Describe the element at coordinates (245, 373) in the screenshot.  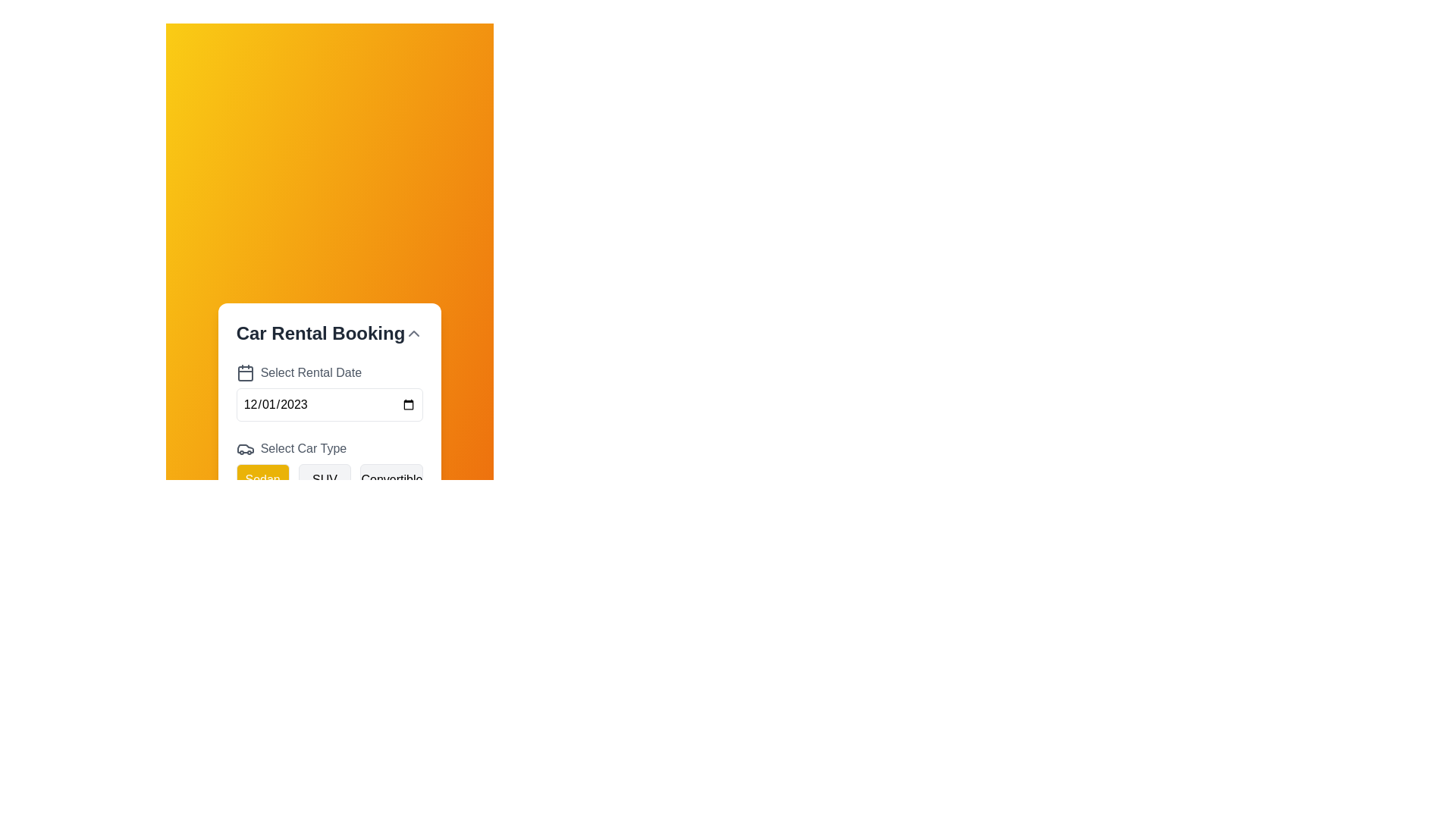
I see `the minimalist calendar icon which features a square outline and two vertical lines at the top, located to the left of the 'Select Rental Date' label` at that location.